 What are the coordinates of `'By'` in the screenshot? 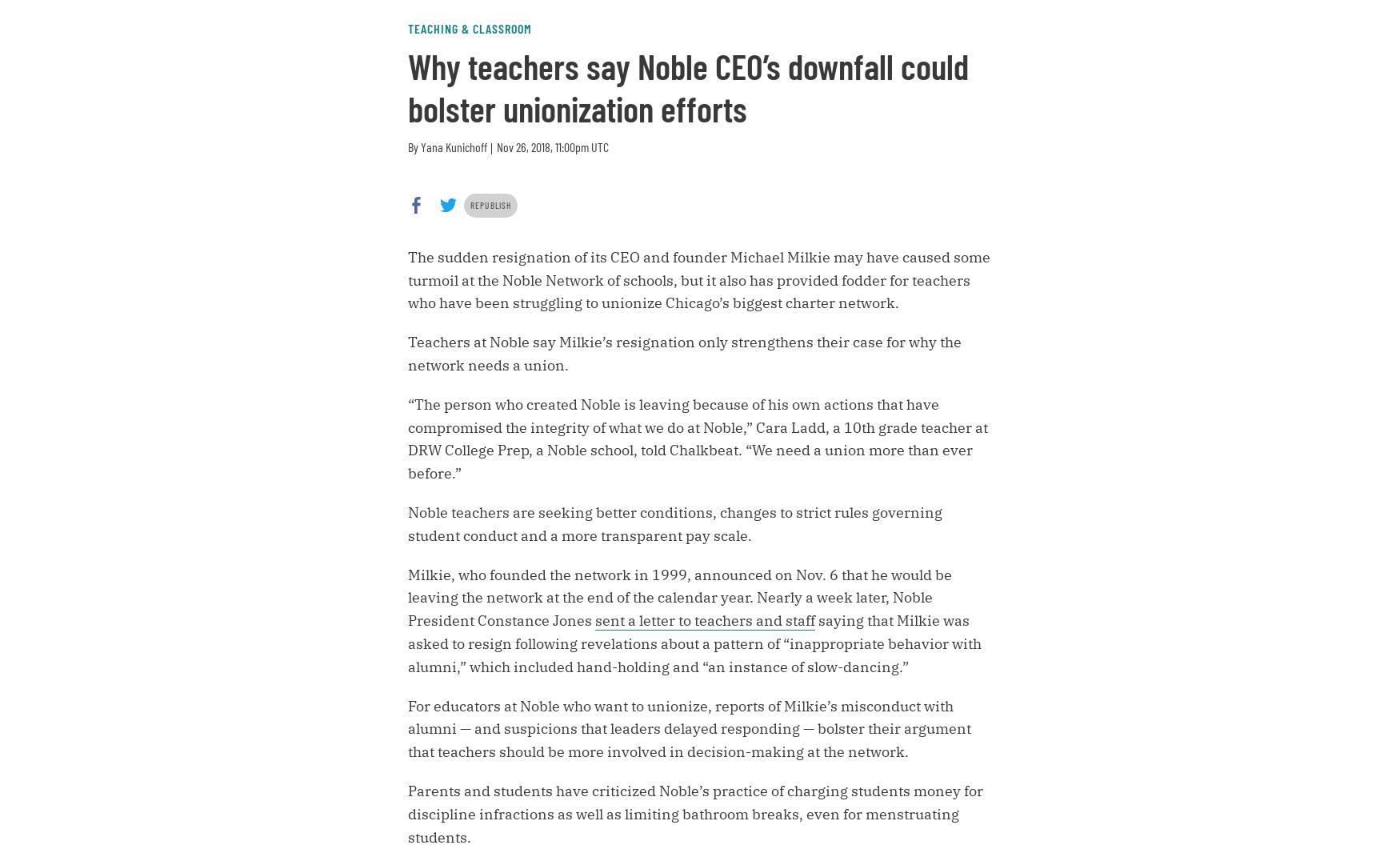 It's located at (414, 146).